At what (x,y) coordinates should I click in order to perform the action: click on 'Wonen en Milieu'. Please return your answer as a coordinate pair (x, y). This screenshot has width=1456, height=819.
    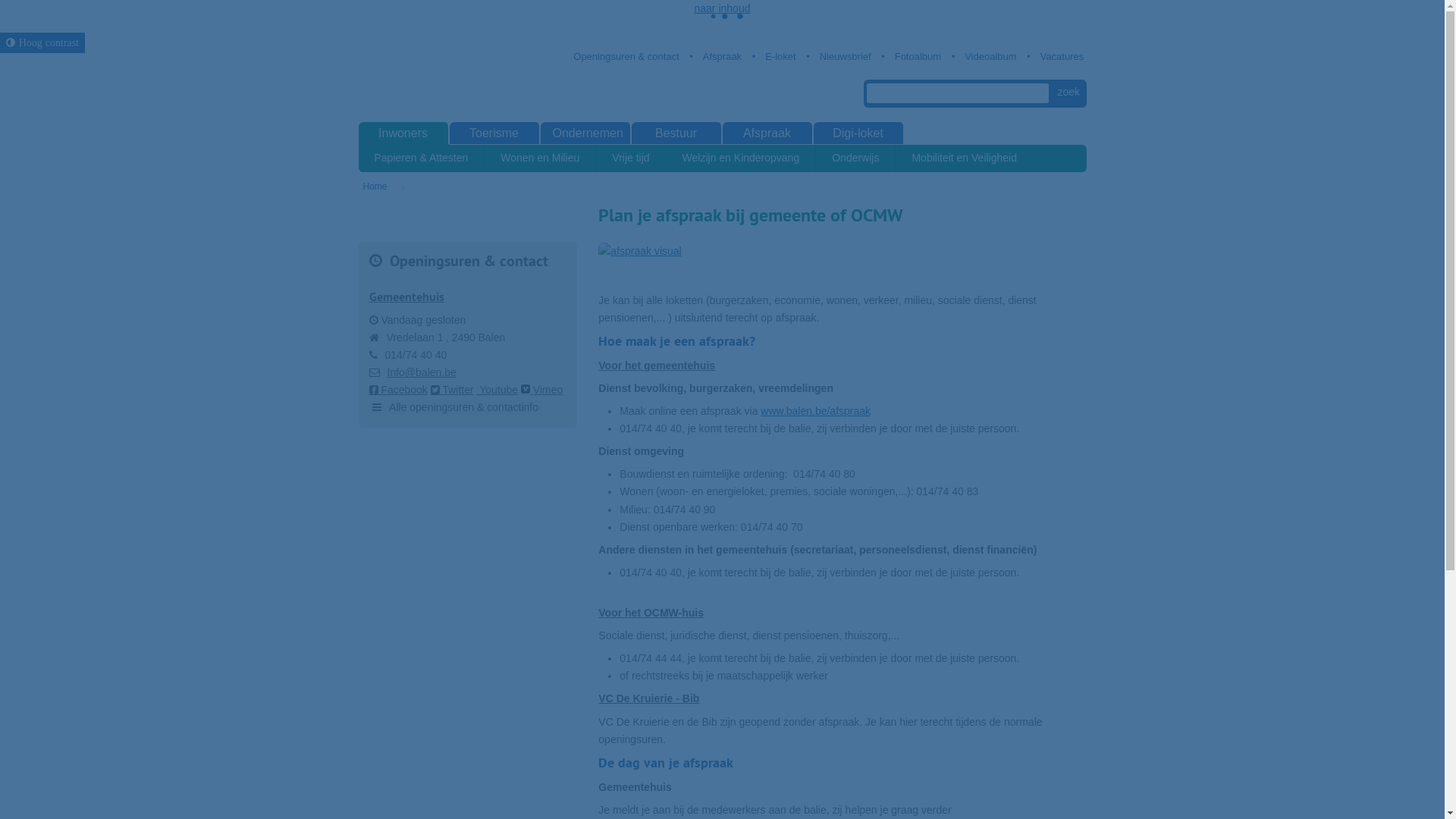
    Looking at the image, I should click on (483, 158).